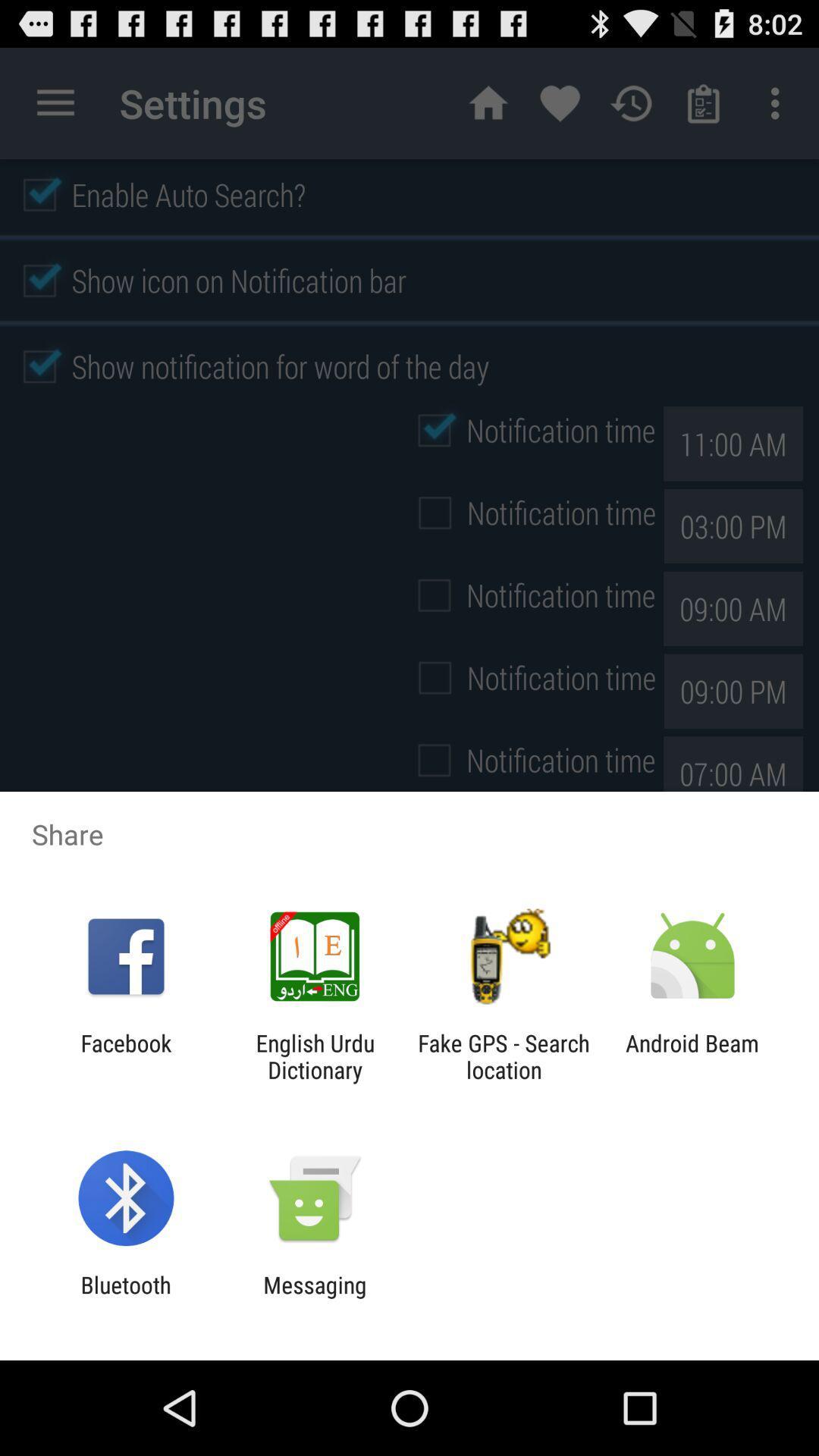  Describe the element at coordinates (692, 1056) in the screenshot. I see `item to the right of the fake gps search app` at that location.